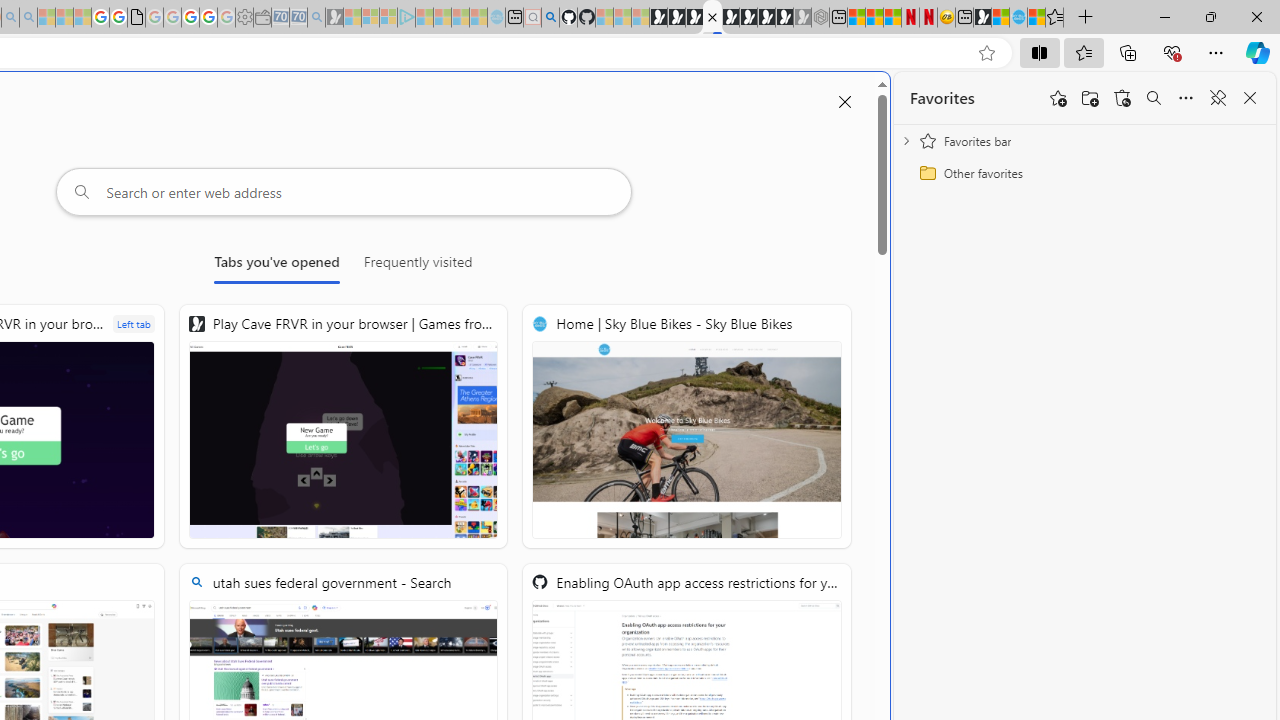 The width and height of the screenshot is (1280, 720). What do you see at coordinates (1216, 98) in the screenshot?
I see `'Unpin favorites'` at bounding box center [1216, 98].